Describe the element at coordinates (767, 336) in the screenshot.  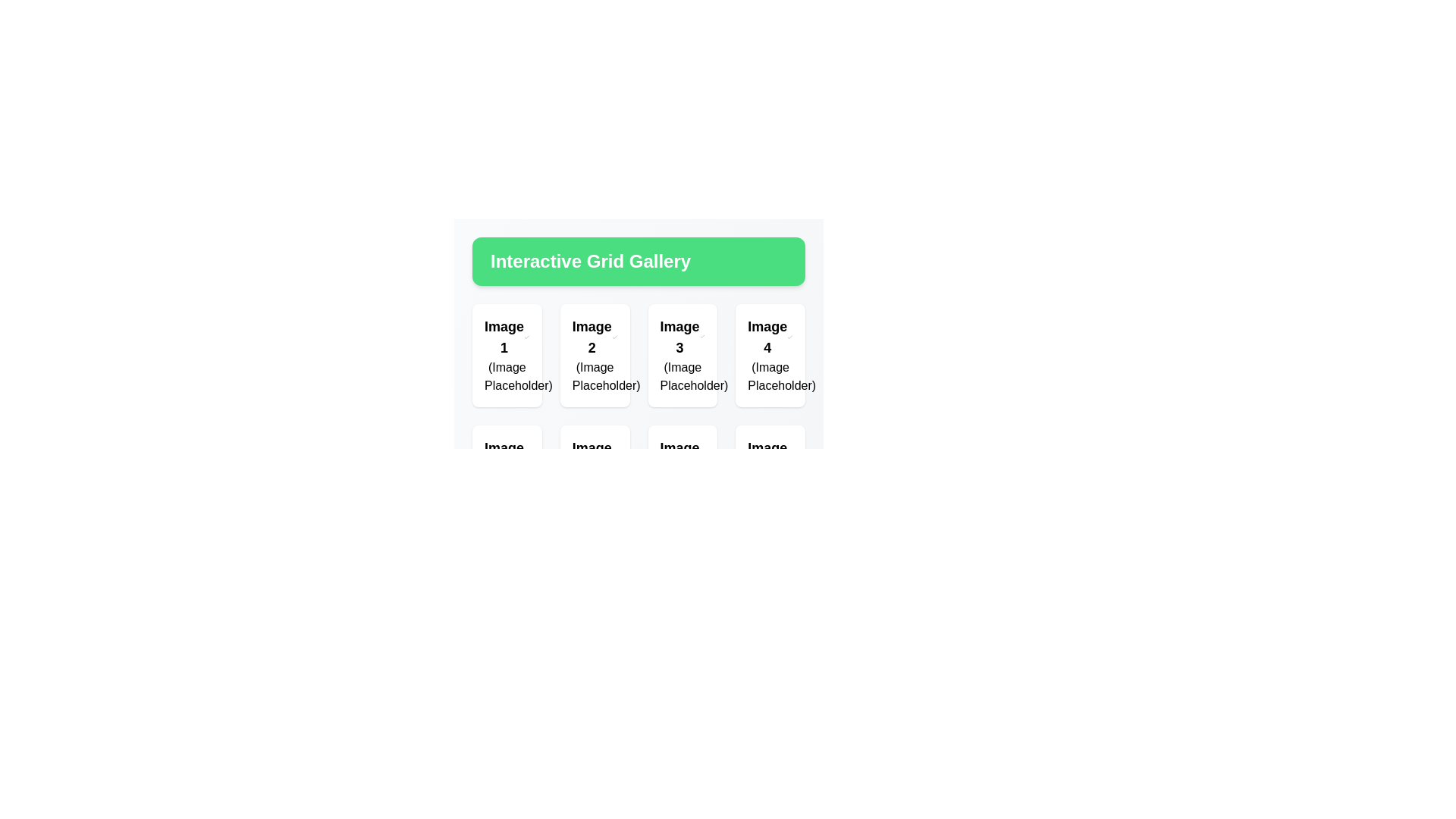
I see `the text label displaying 'Image 4', which is styled with a larger font size and bold weight, located at the top-center of the fourth grid item in the first row of the gallery interface` at that location.